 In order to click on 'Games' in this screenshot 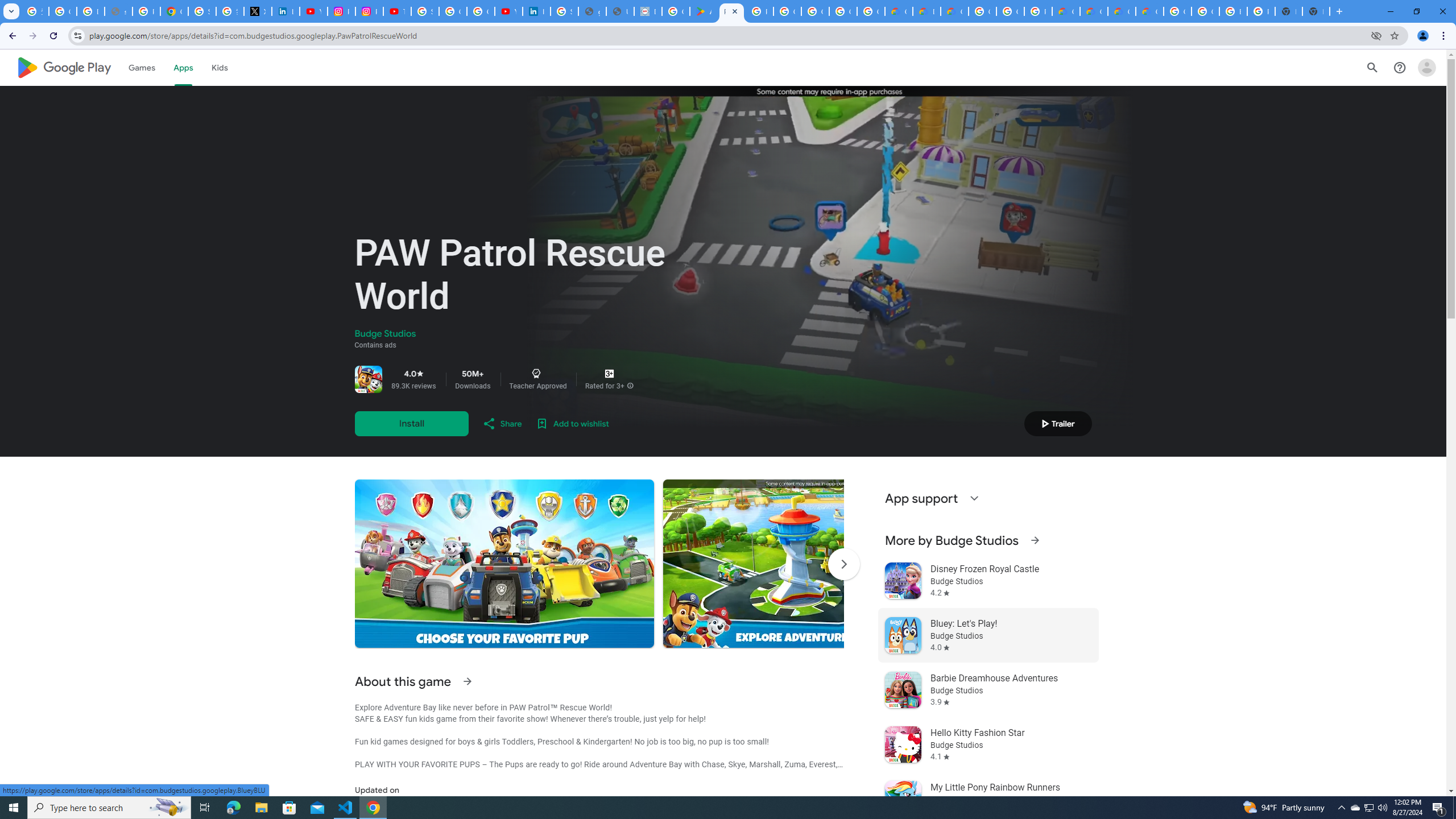, I will do `click(141, 67)`.